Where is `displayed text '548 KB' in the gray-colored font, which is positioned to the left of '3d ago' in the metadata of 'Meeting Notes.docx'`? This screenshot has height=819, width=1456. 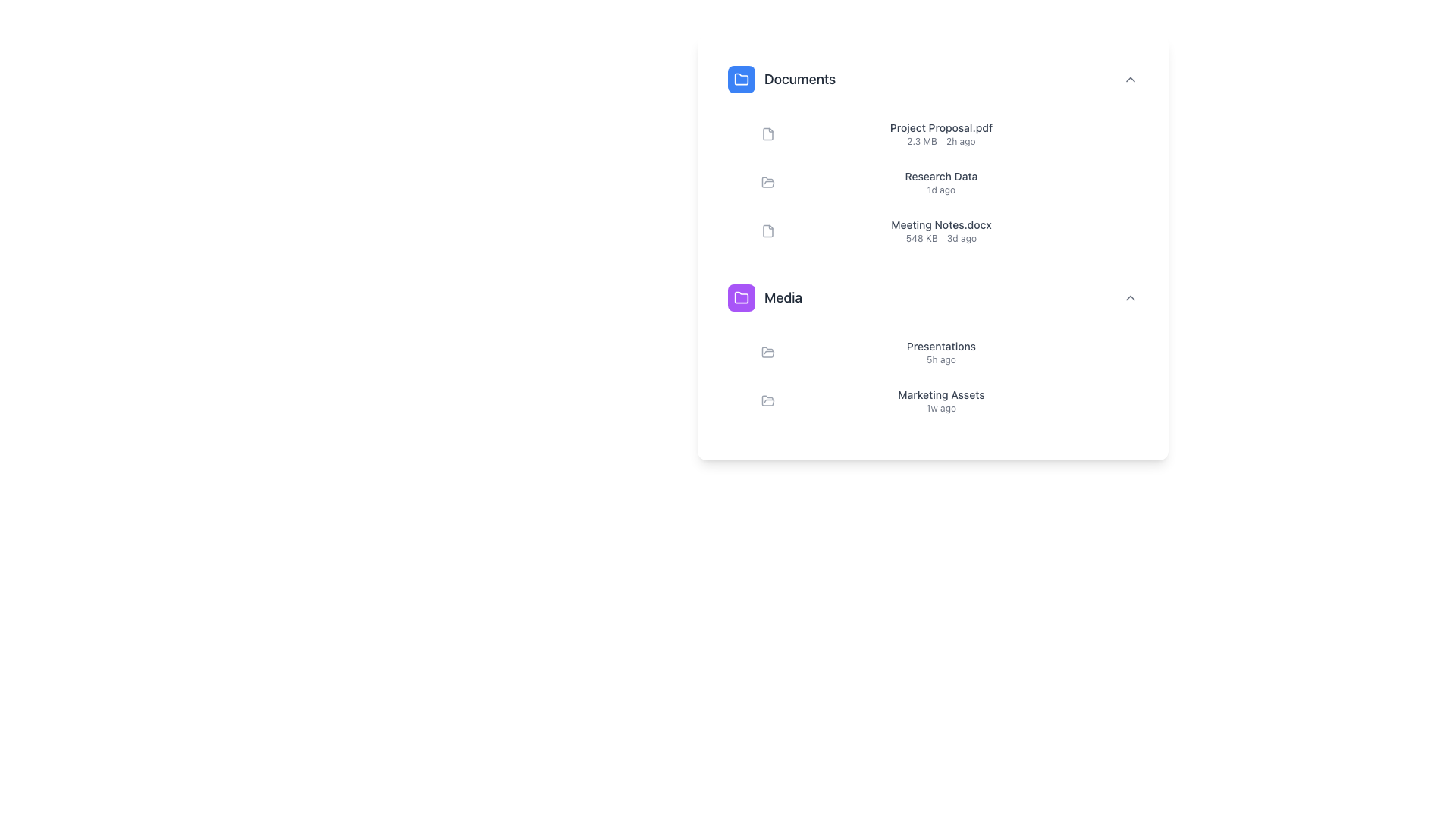 displayed text '548 KB' in the gray-colored font, which is positioned to the left of '3d ago' in the metadata of 'Meeting Notes.docx' is located at coordinates (921, 238).